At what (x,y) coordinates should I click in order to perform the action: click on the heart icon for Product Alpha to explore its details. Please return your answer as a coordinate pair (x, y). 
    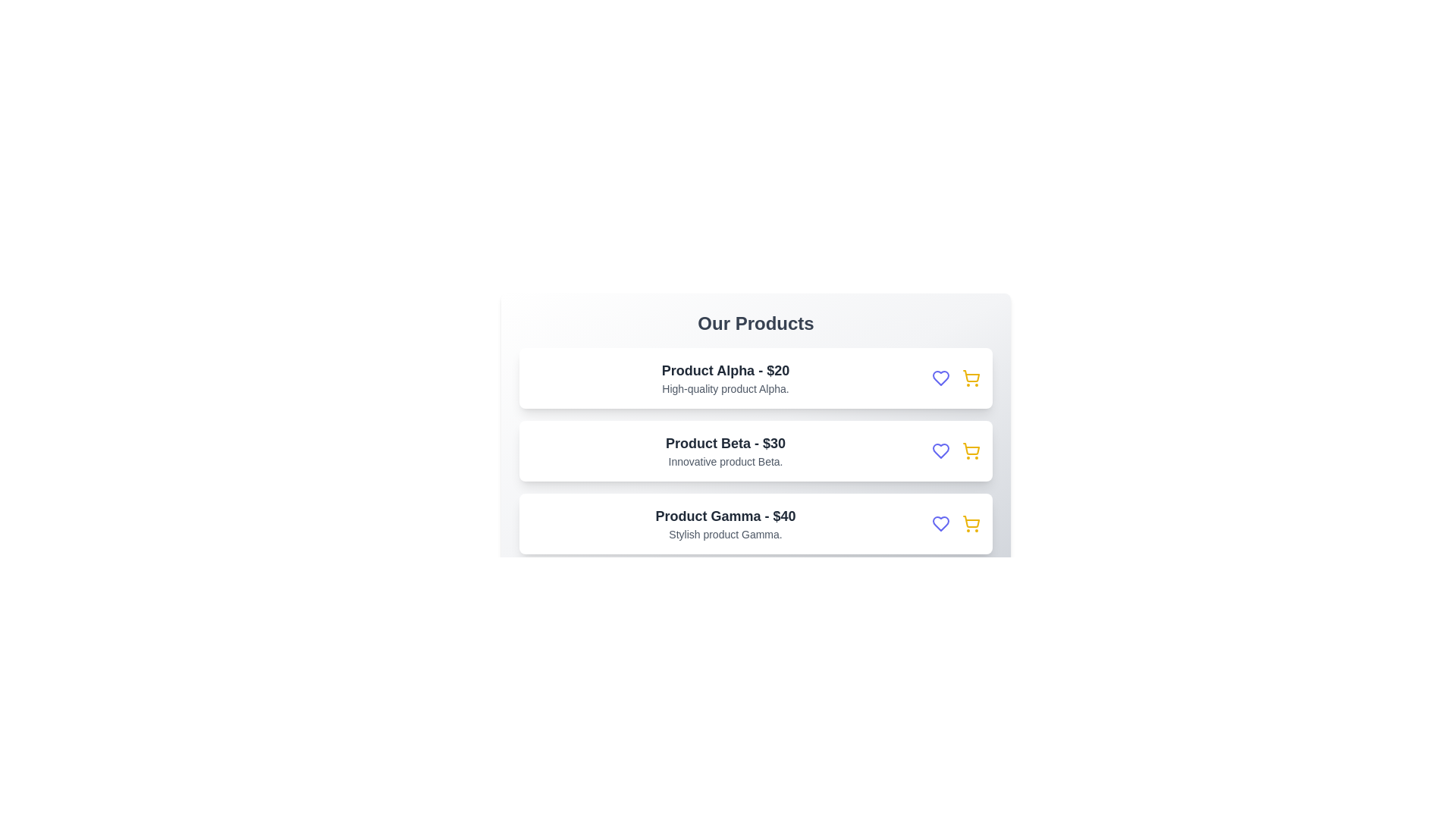
    Looking at the image, I should click on (940, 377).